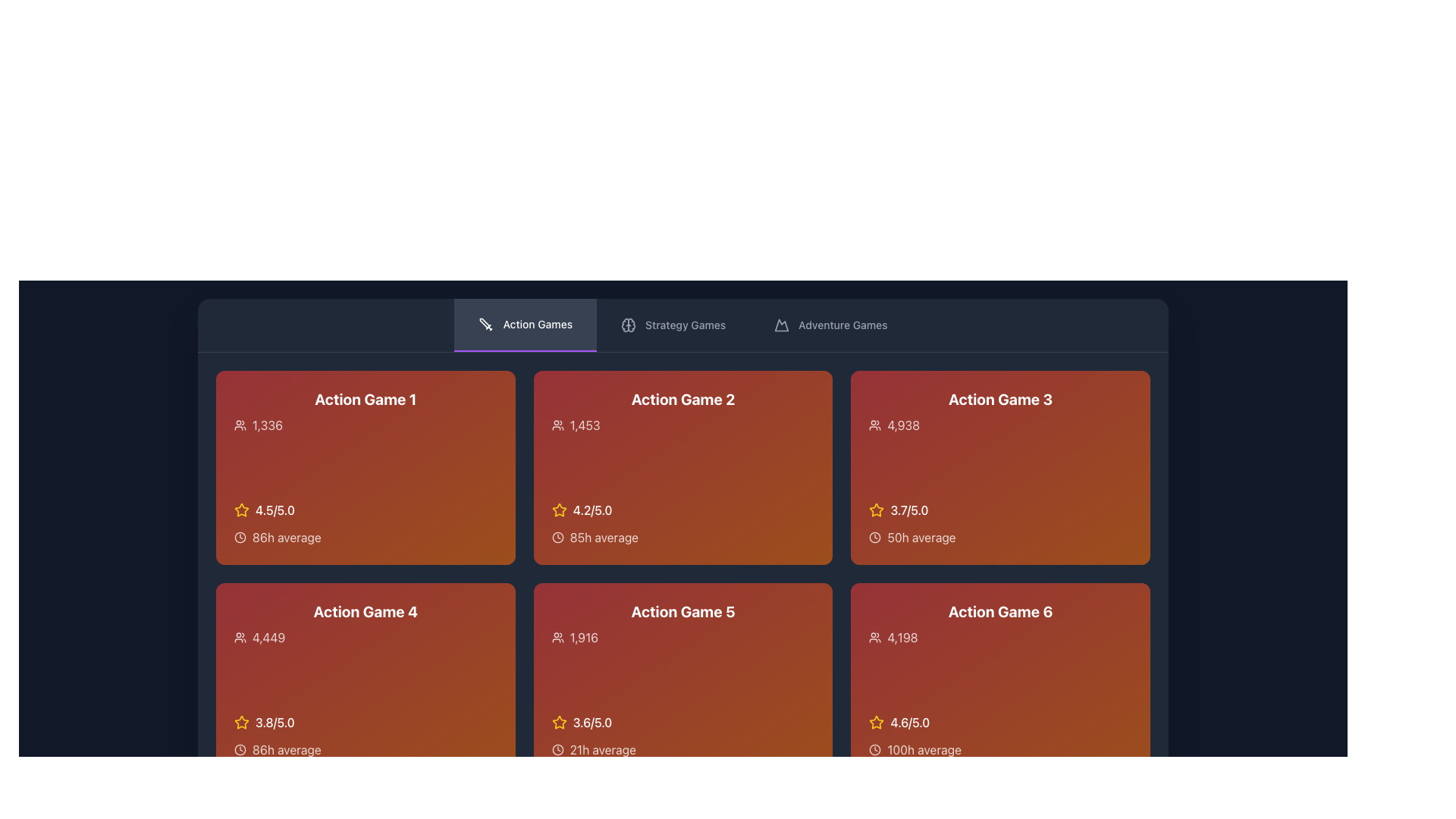  Describe the element at coordinates (557, 748) in the screenshot. I see `circular graphical component of the clock icon in the SVG representing 'Action Game 5' by opening the developer tools` at that location.